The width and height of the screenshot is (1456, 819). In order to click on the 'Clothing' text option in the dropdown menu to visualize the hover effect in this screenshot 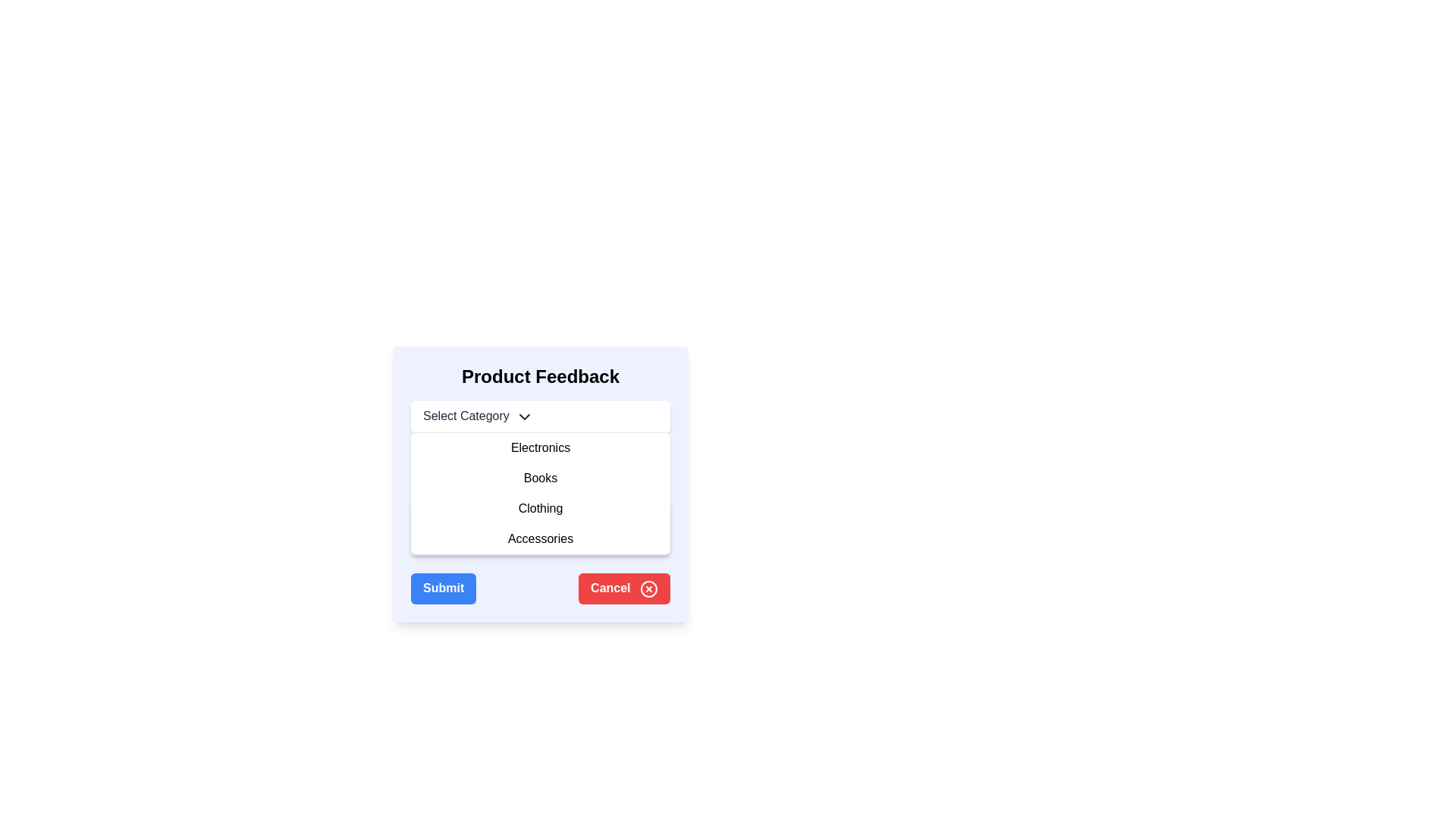, I will do `click(541, 508)`.